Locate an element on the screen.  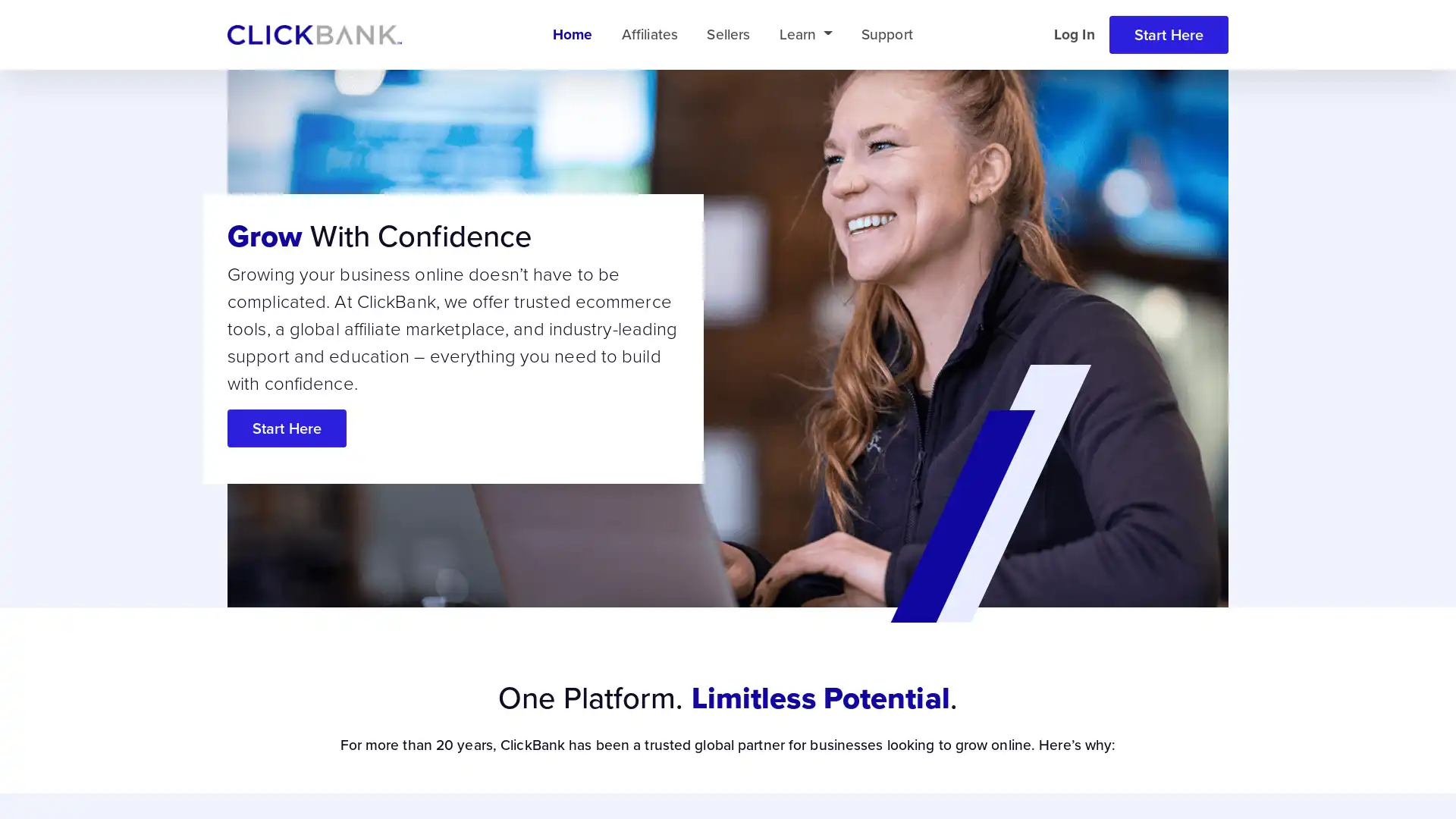
Start Here is located at coordinates (287, 427).